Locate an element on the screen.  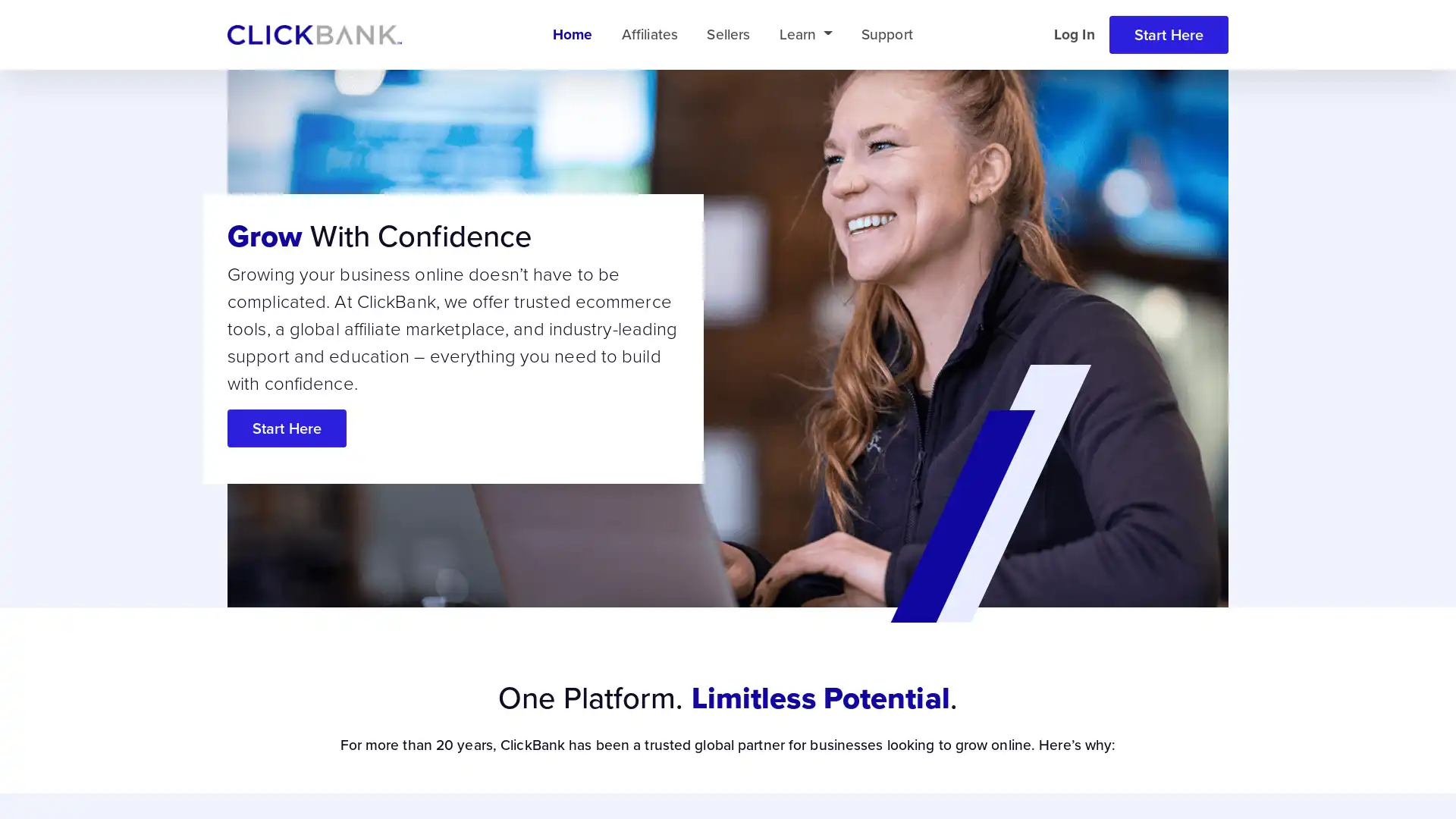
Start Here is located at coordinates (287, 427).